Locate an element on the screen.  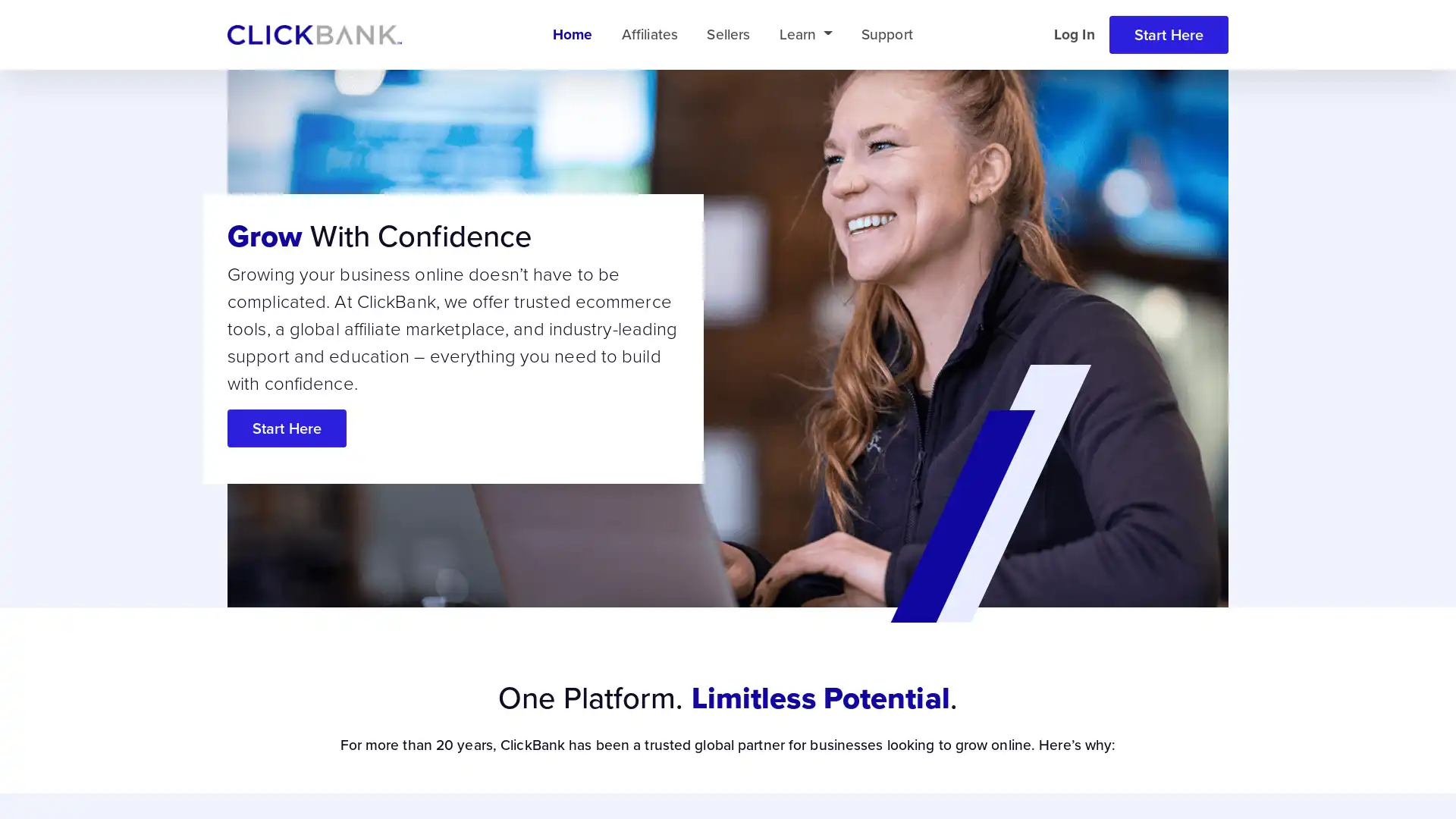
Start Here is located at coordinates (287, 427).